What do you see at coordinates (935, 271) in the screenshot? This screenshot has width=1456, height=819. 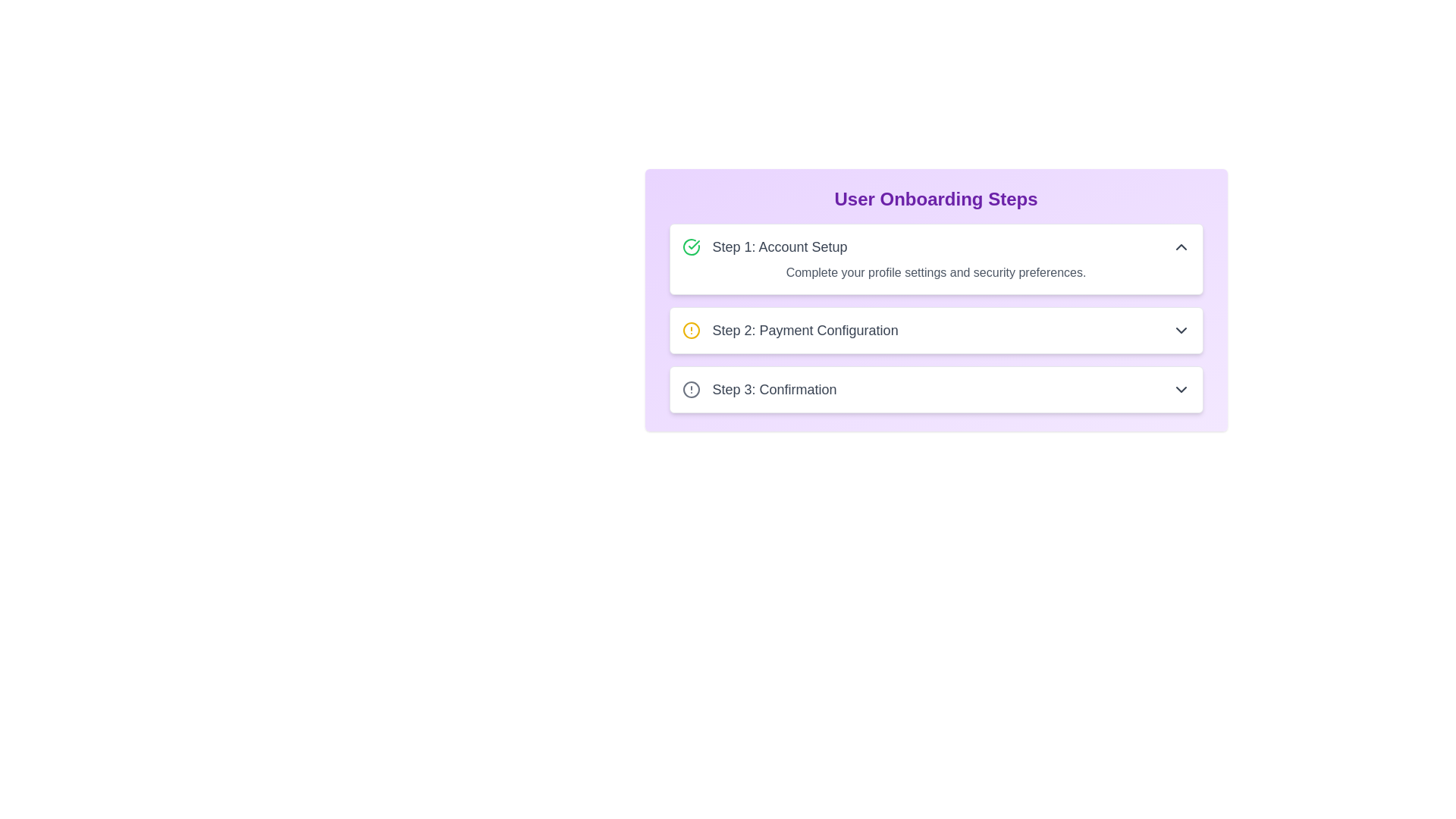 I see `the Text label that prompts users to complete their profile settings and security preferences, located beneath the 'Step 1: Account Setup' heading` at bounding box center [935, 271].